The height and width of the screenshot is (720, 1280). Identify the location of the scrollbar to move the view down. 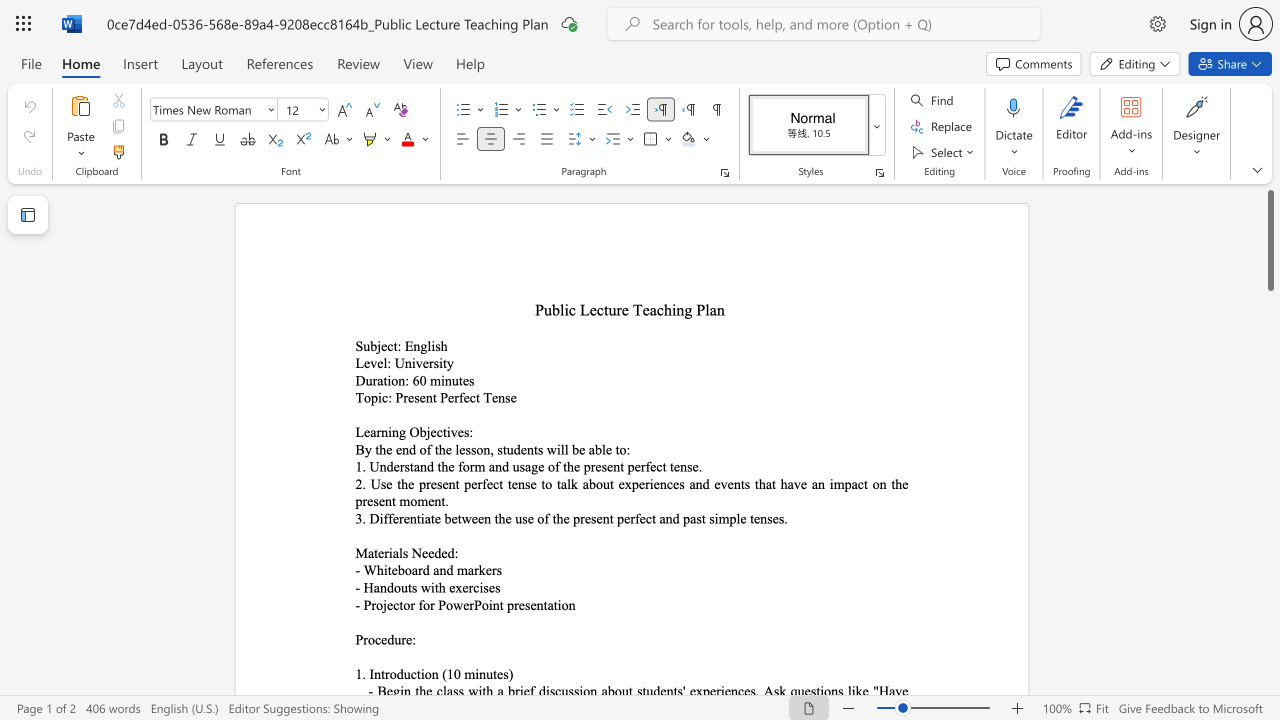
(1269, 588).